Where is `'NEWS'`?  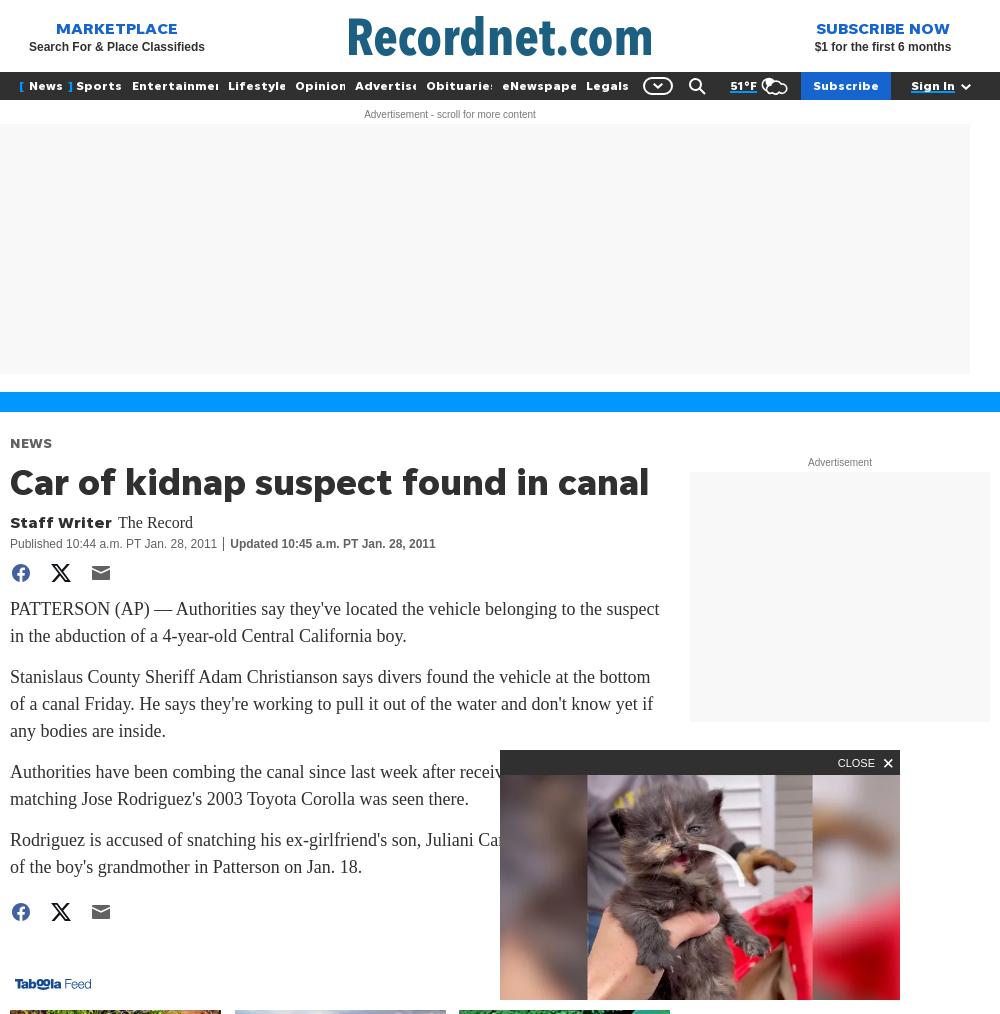
'NEWS' is located at coordinates (31, 442).